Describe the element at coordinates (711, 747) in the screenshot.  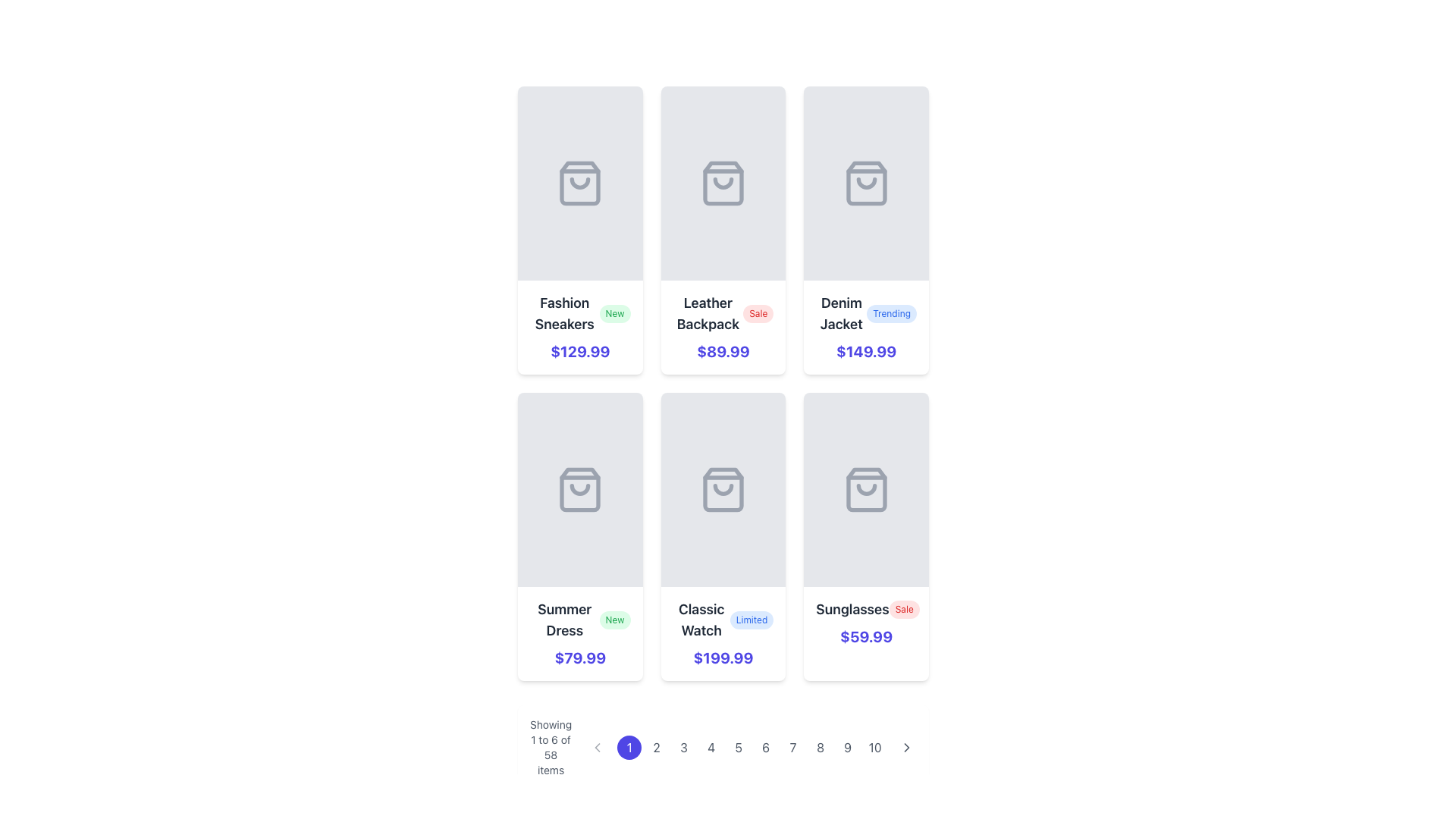
I see `the fourth button in the horizontal pagination control bar at the bottom center of the page` at that location.